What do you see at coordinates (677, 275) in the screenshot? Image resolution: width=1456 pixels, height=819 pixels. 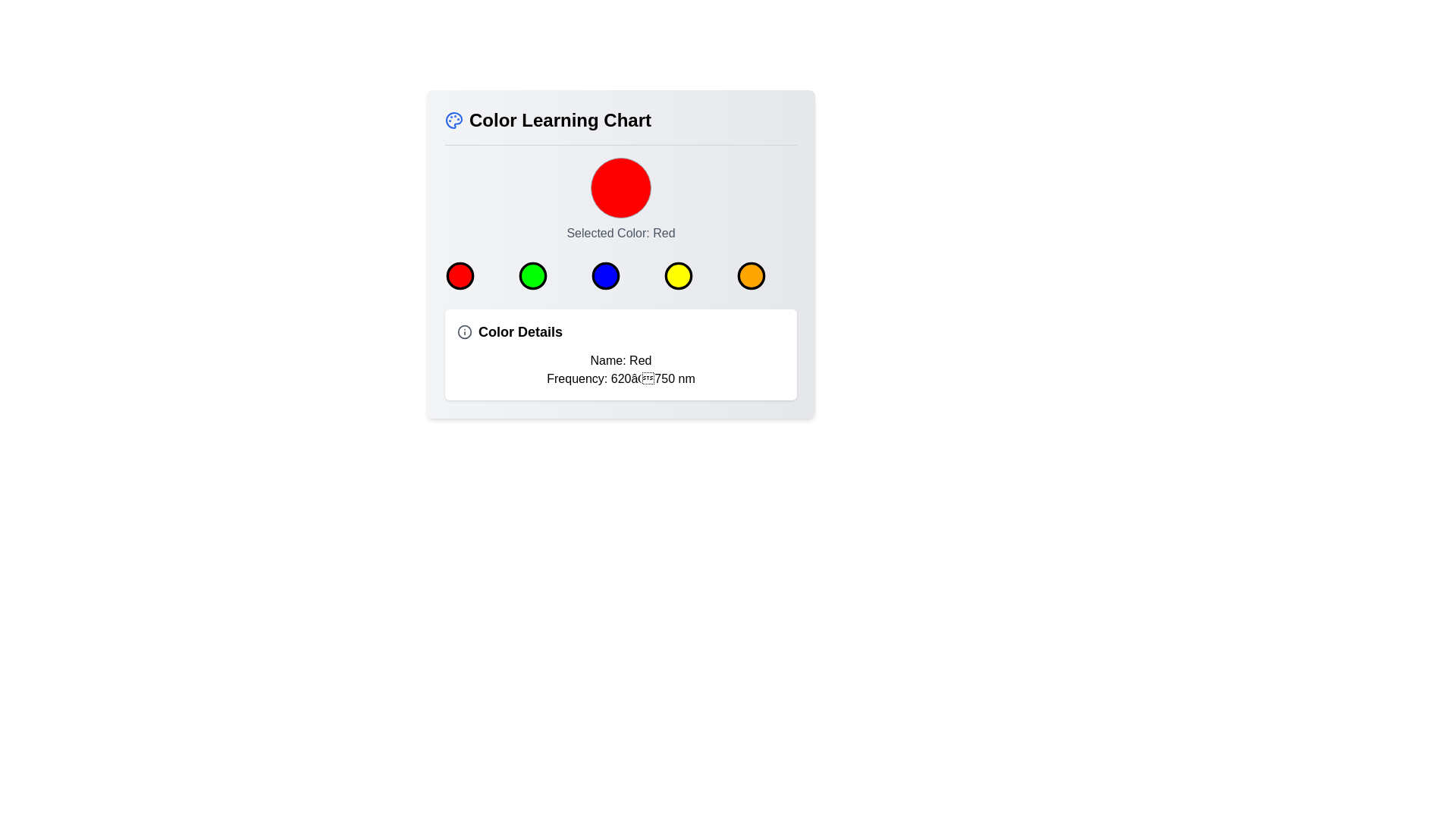 I see `the yellow circular color selector, which is the fourth circle in a sequence of five` at bounding box center [677, 275].